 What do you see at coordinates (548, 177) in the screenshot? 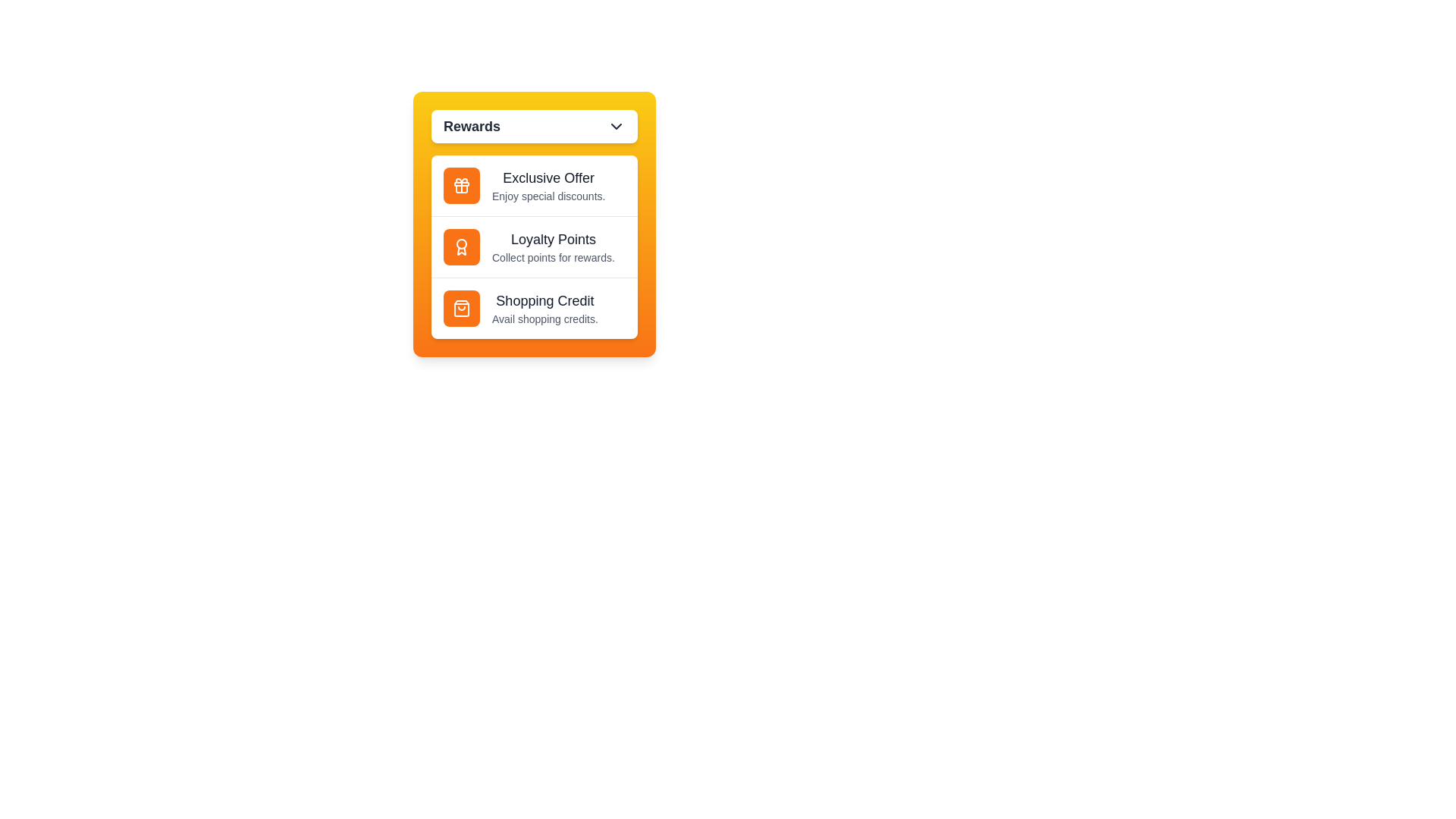
I see `the 'Exclusive Offer' text label` at bounding box center [548, 177].